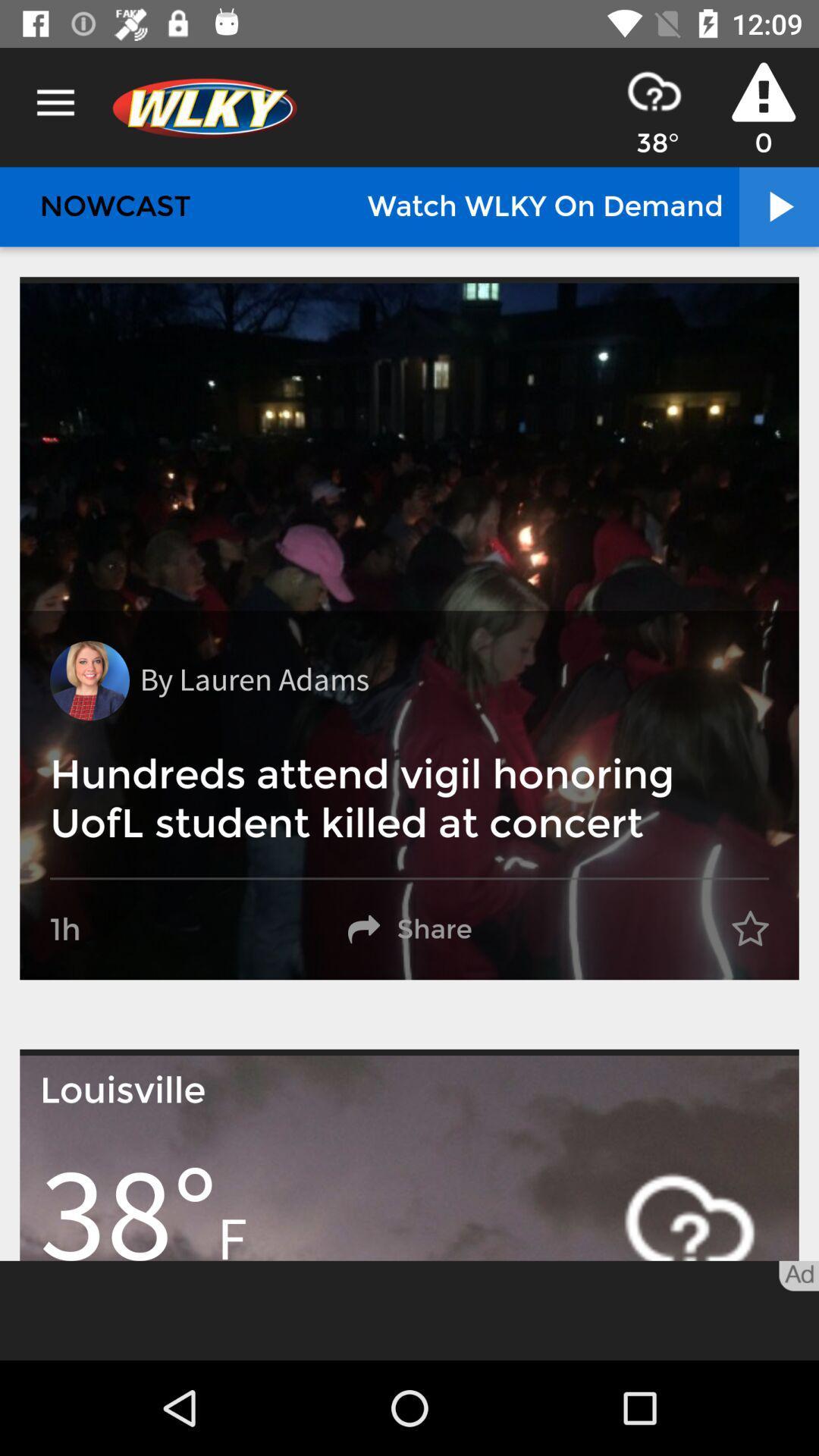 The image size is (819, 1456). Describe the element at coordinates (55, 102) in the screenshot. I see `the menu icon` at that location.